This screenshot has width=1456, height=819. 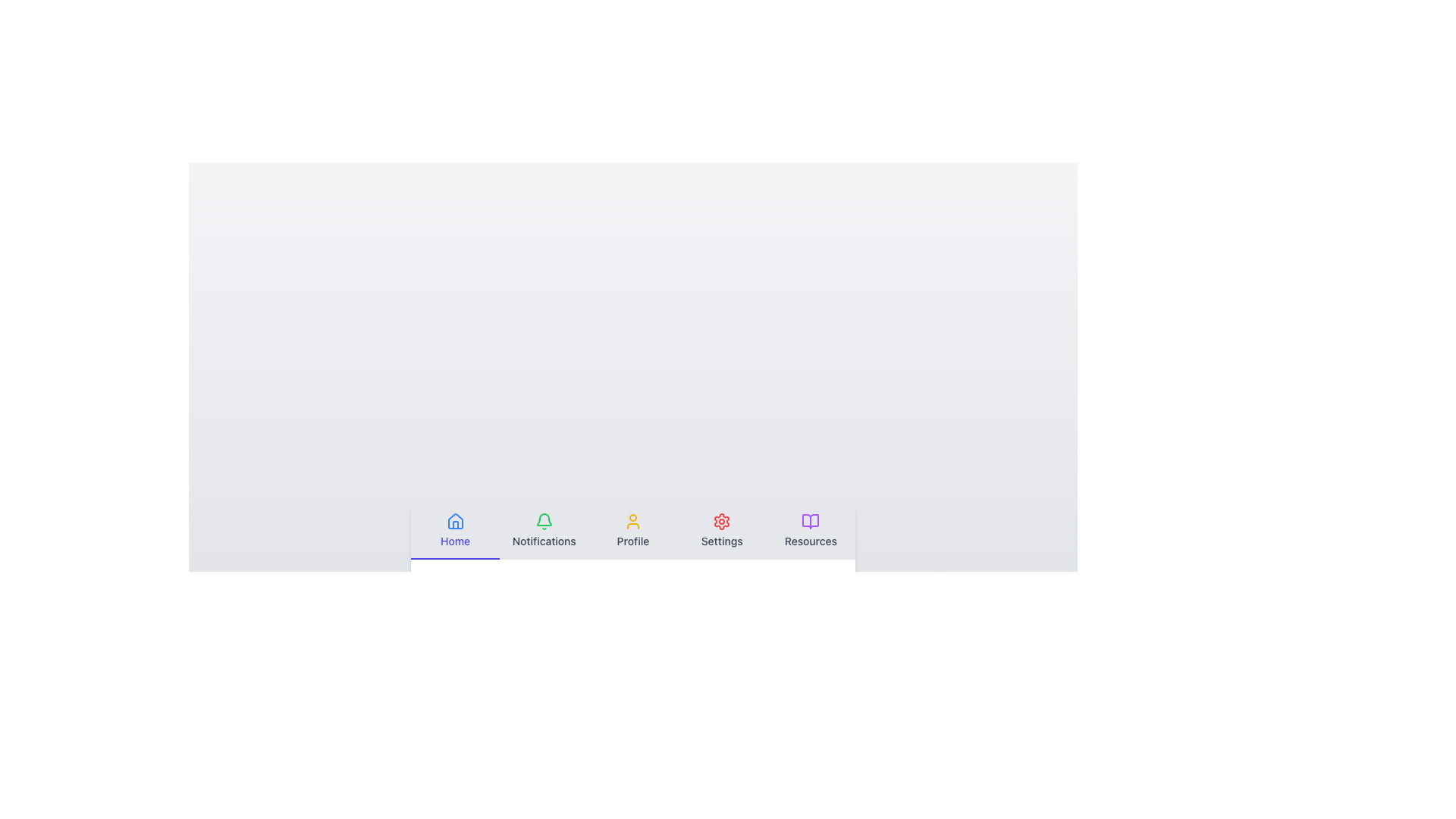 What do you see at coordinates (810, 529) in the screenshot?
I see `the 'Resources' menu item located at the far-right end of the horizontal navigation bar for additional visual feedback` at bounding box center [810, 529].